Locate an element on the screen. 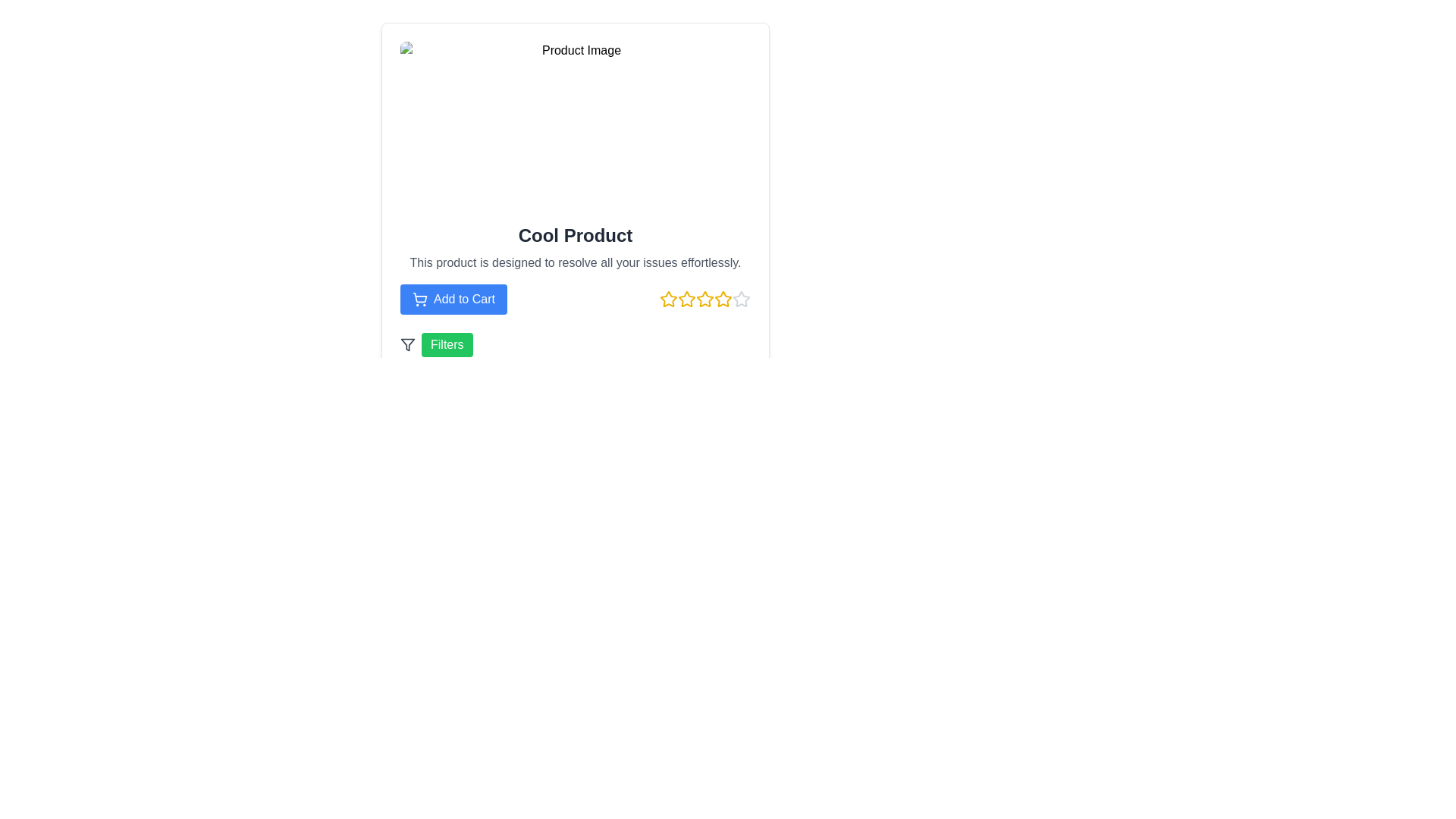 The width and height of the screenshot is (1456, 819). the fifth star icon in the star rating system is located at coordinates (742, 299).